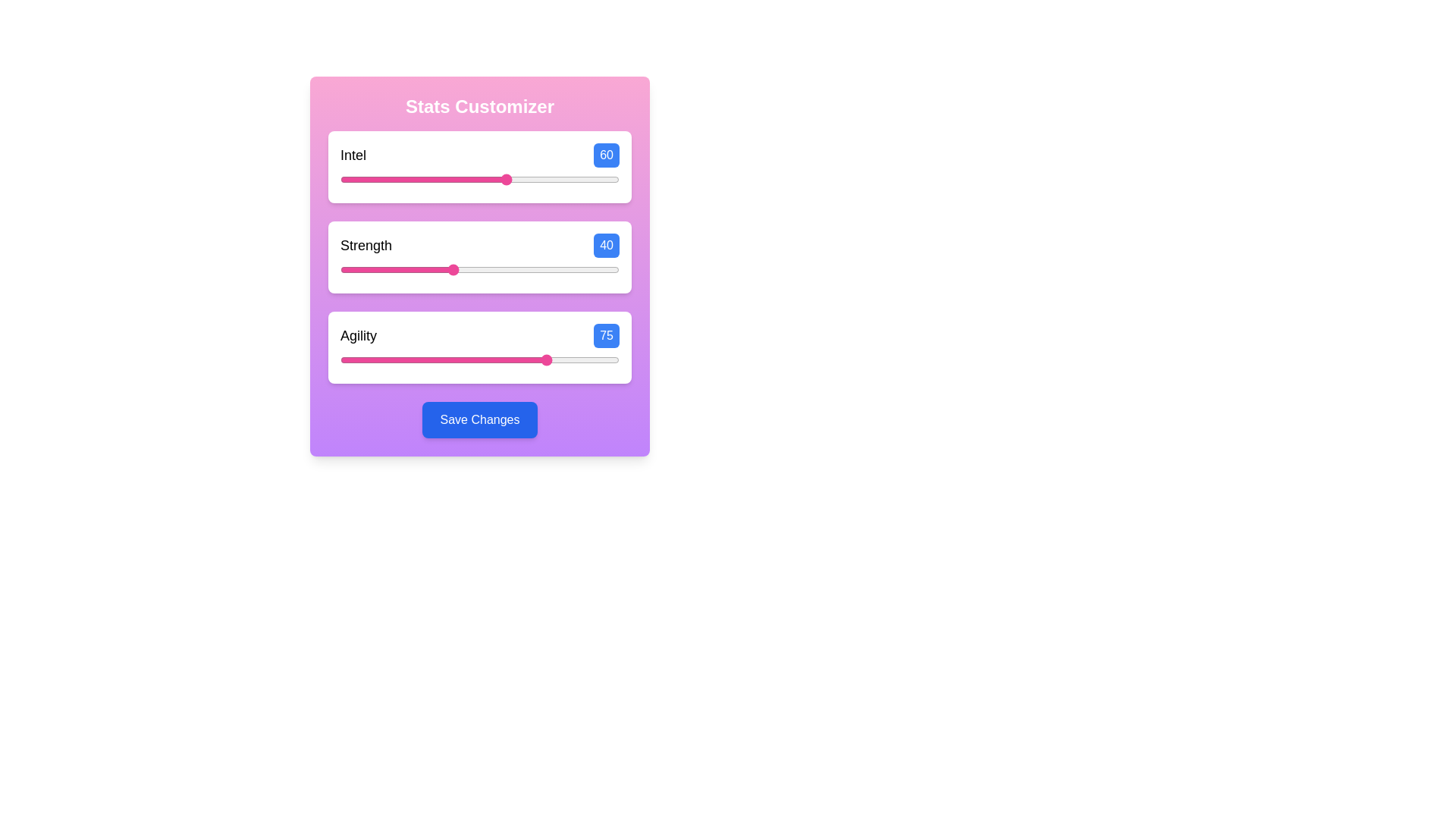 This screenshot has height=819, width=1456. What do you see at coordinates (591, 359) in the screenshot?
I see `the agility value` at bounding box center [591, 359].